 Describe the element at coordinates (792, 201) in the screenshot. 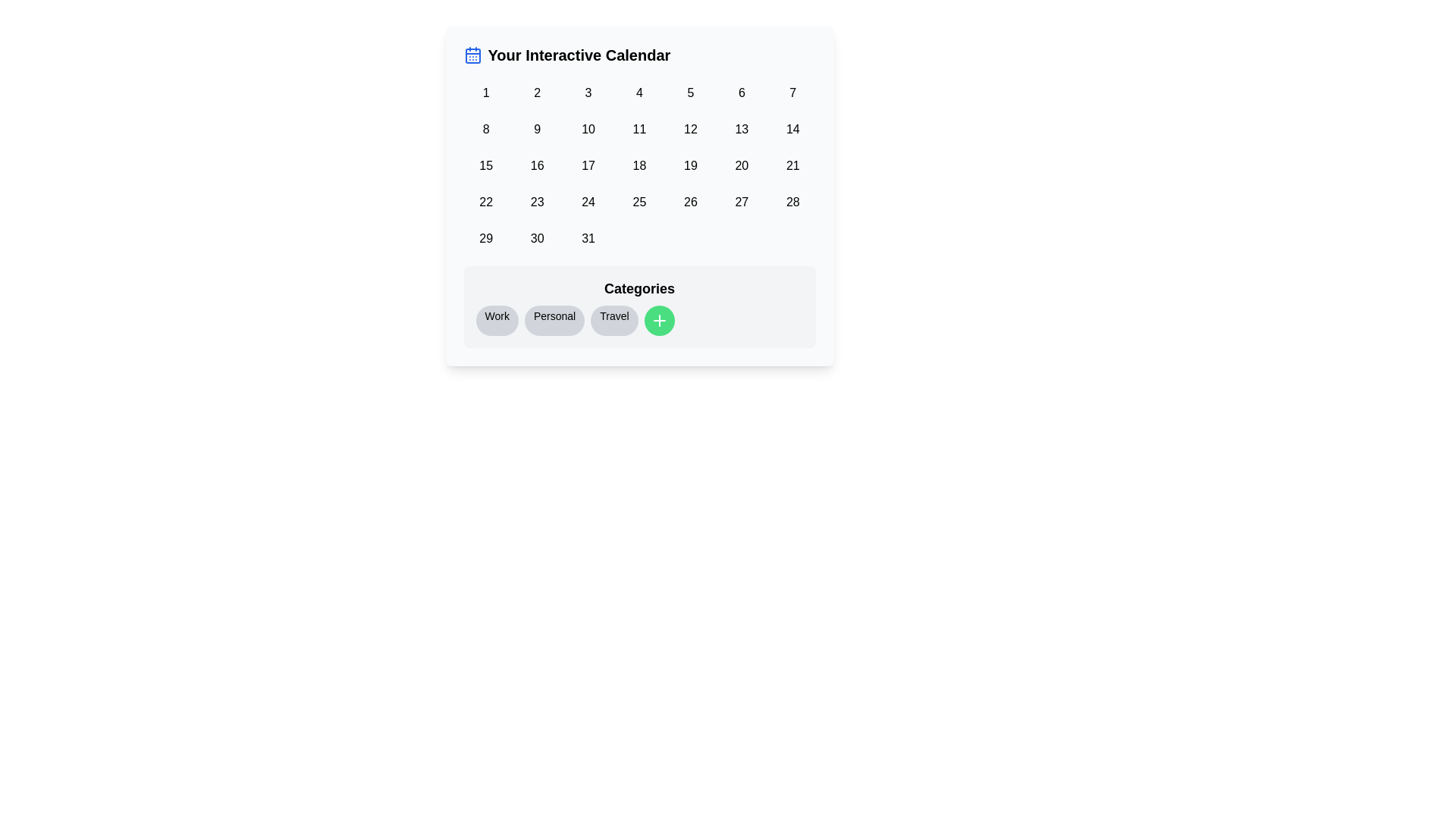

I see `the button representing the 28th day in the calendar, located on the fourth row and seventh column of the grid layout` at that location.